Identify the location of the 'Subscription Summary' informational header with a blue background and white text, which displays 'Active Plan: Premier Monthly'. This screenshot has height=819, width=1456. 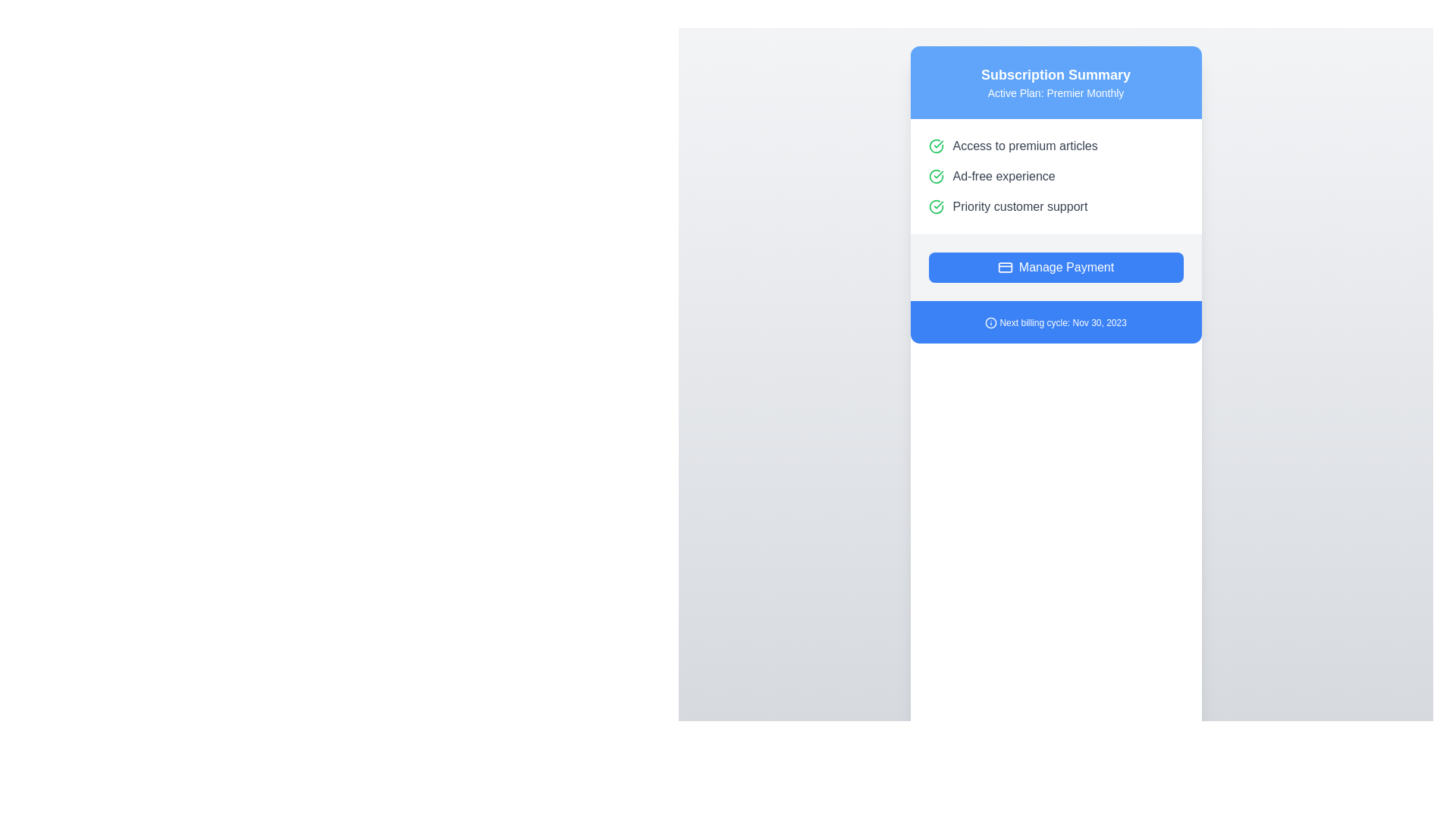
(1055, 82).